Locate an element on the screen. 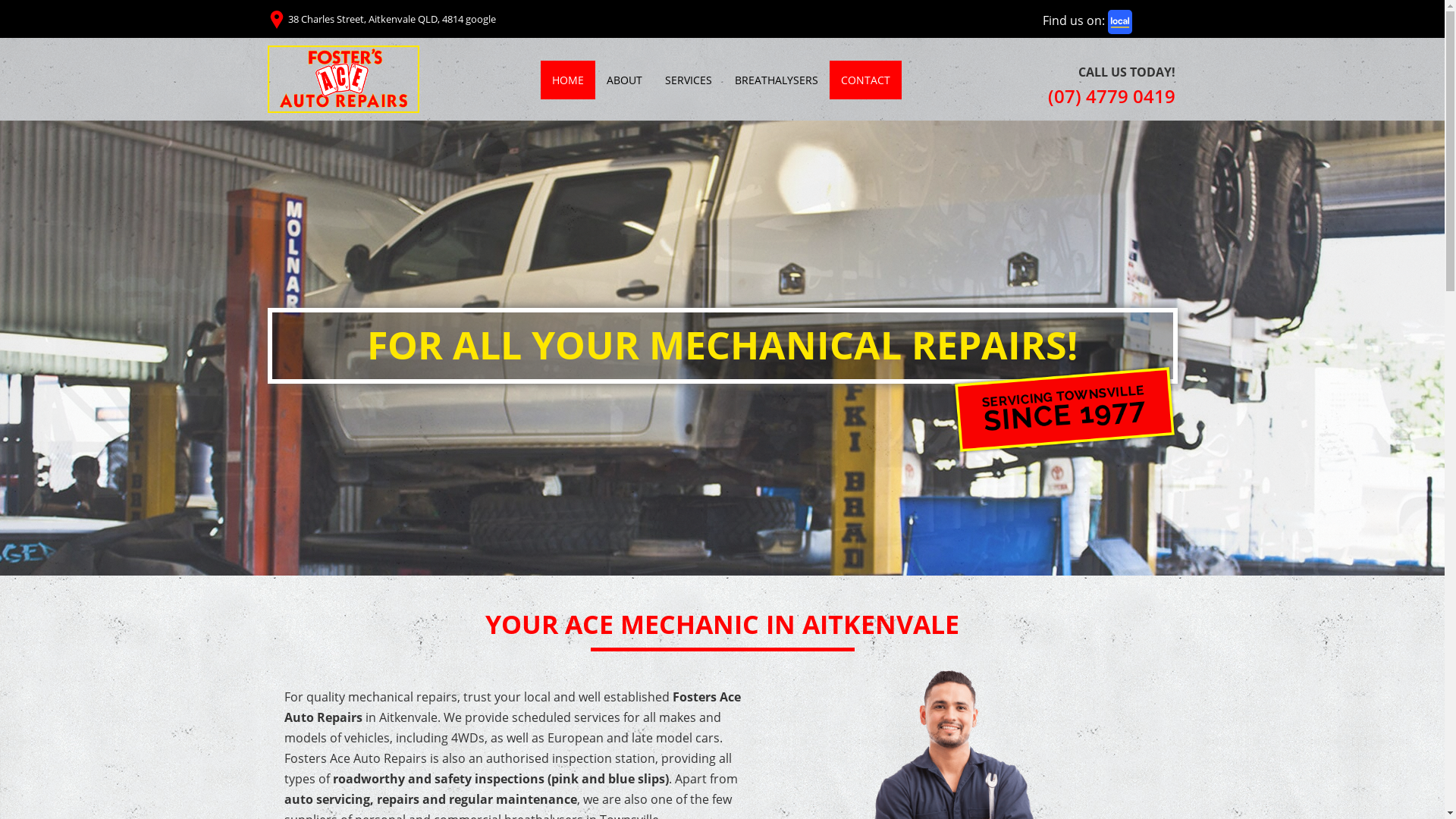 The width and height of the screenshot is (1456, 819). 'SERVICES' is located at coordinates (687, 80).